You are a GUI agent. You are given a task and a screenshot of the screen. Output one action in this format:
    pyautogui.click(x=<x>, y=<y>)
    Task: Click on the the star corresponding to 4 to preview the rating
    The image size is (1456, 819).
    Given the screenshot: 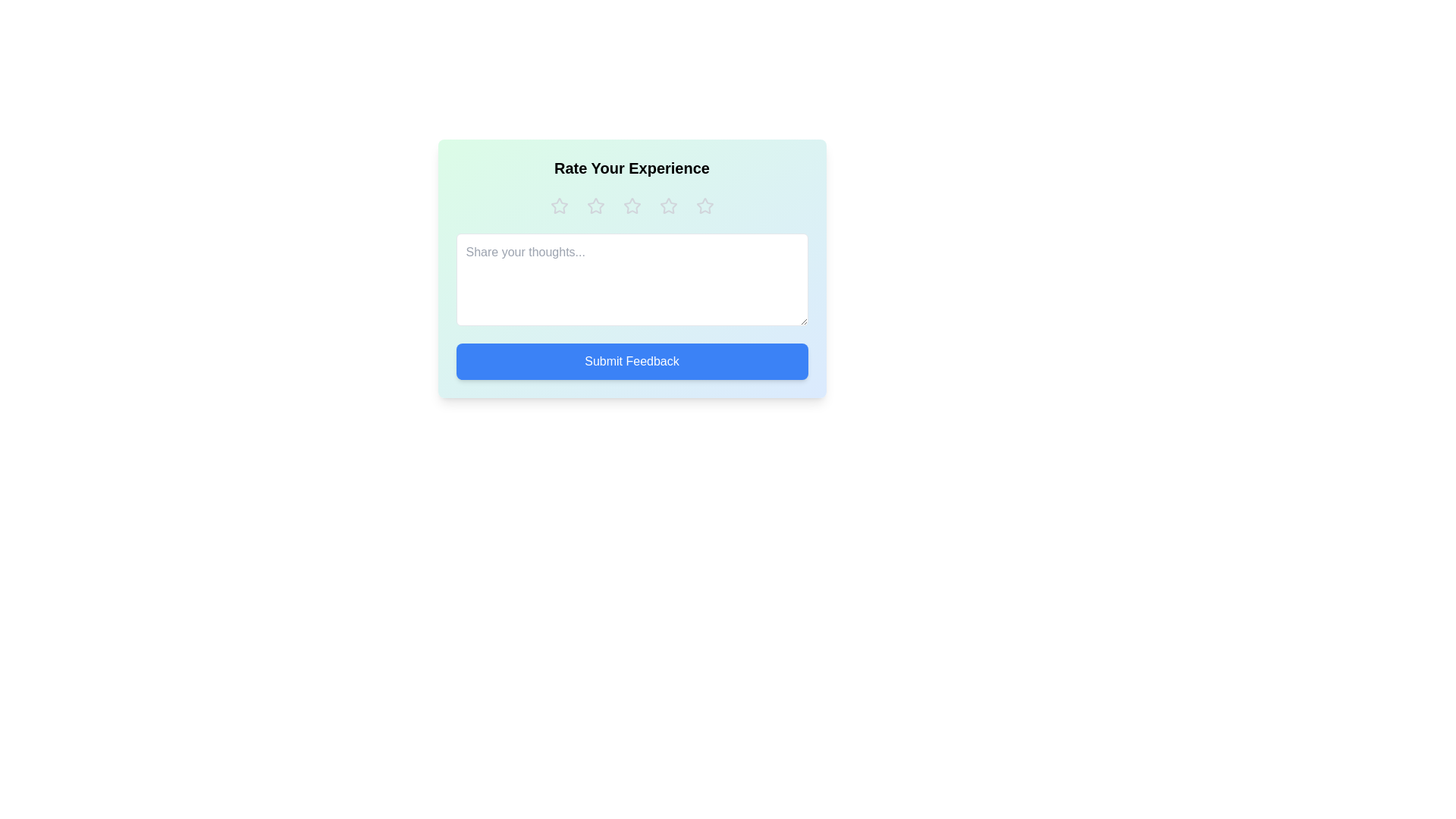 What is the action you would take?
    pyautogui.click(x=667, y=206)
    